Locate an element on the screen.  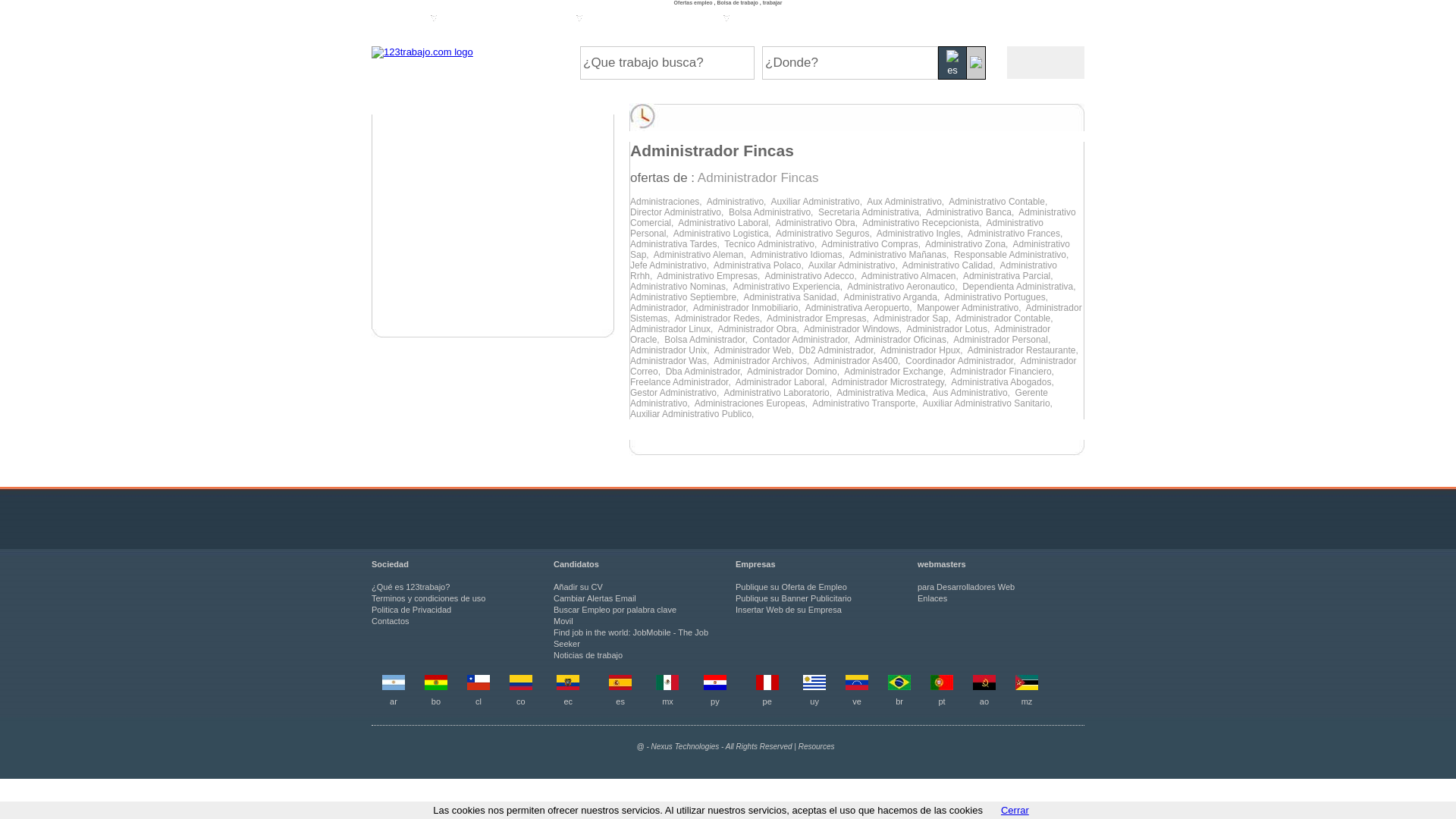
'Secretaria Administrativa, ' is located at coordinates (872, 212).